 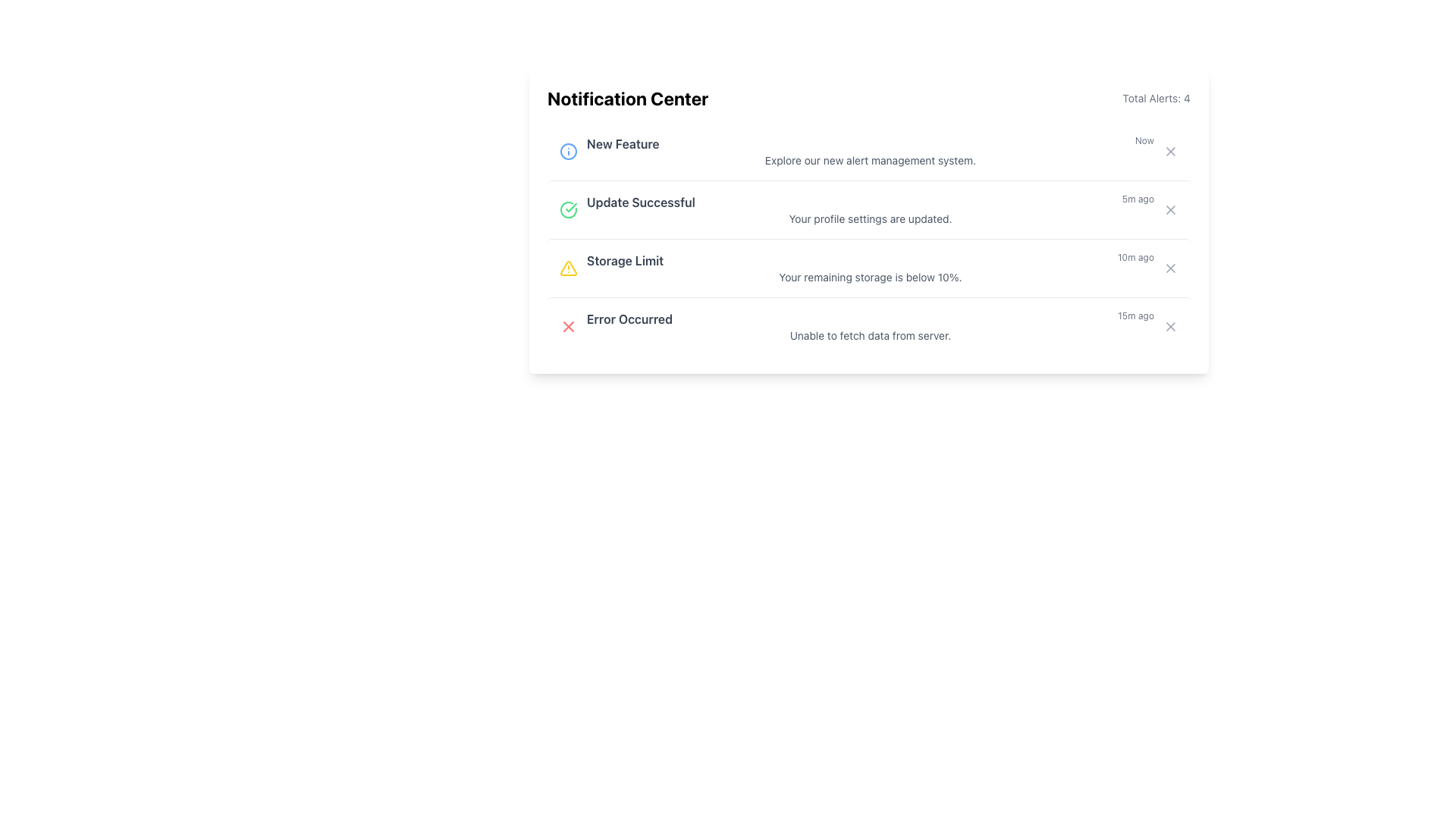 What do you see at coordinates (567, 152) in the screenshot?
I see `the small circular icon with a blue outline that resembles an information or alert symbol, located adjacent to the label 'New Feature' in the notification interface` at bounding box center [567, 152].